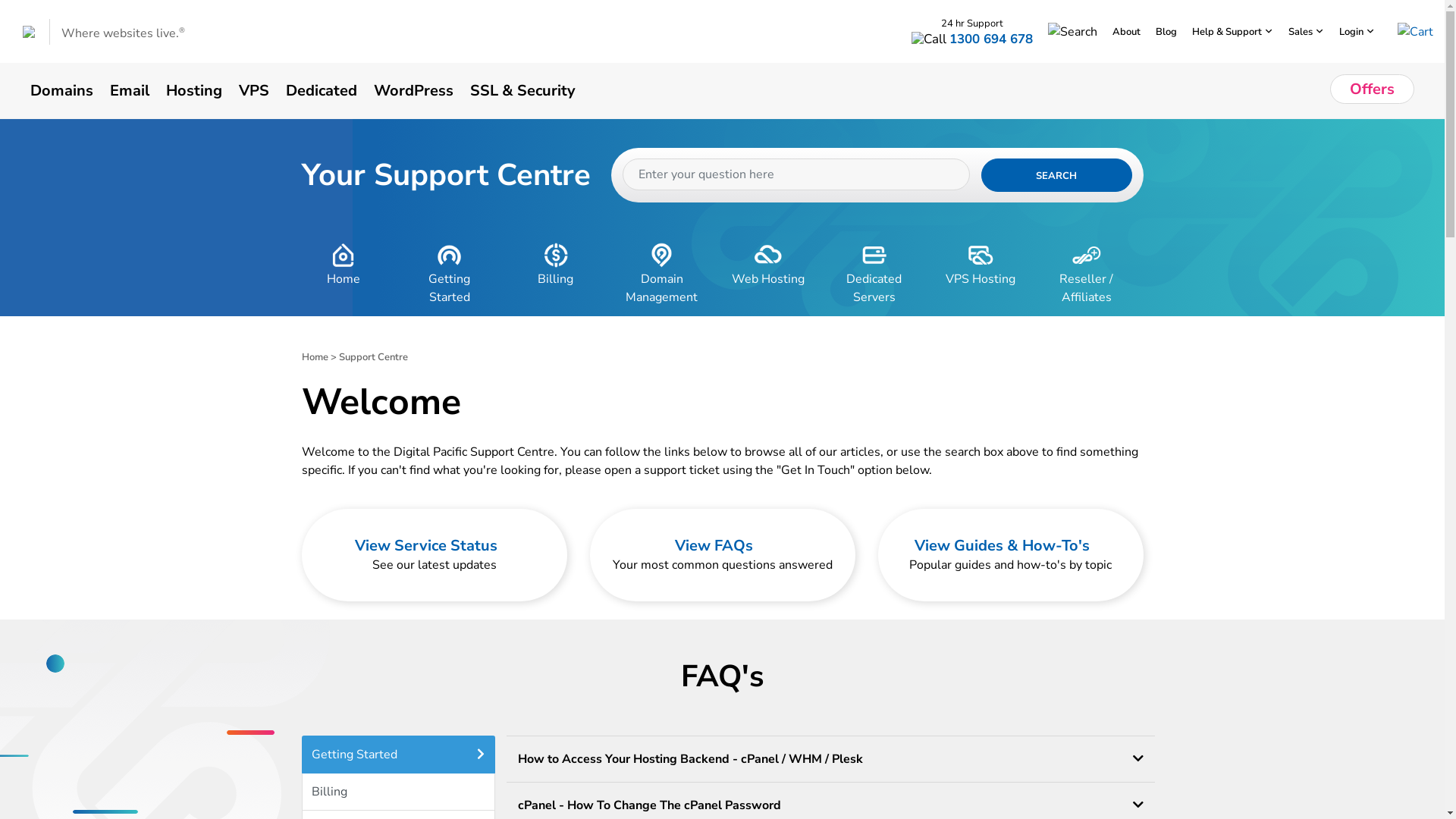 Image resolution: width=1456 pixels, height=819 pixels. I want to click on 'Hosting', so click(166, 90).